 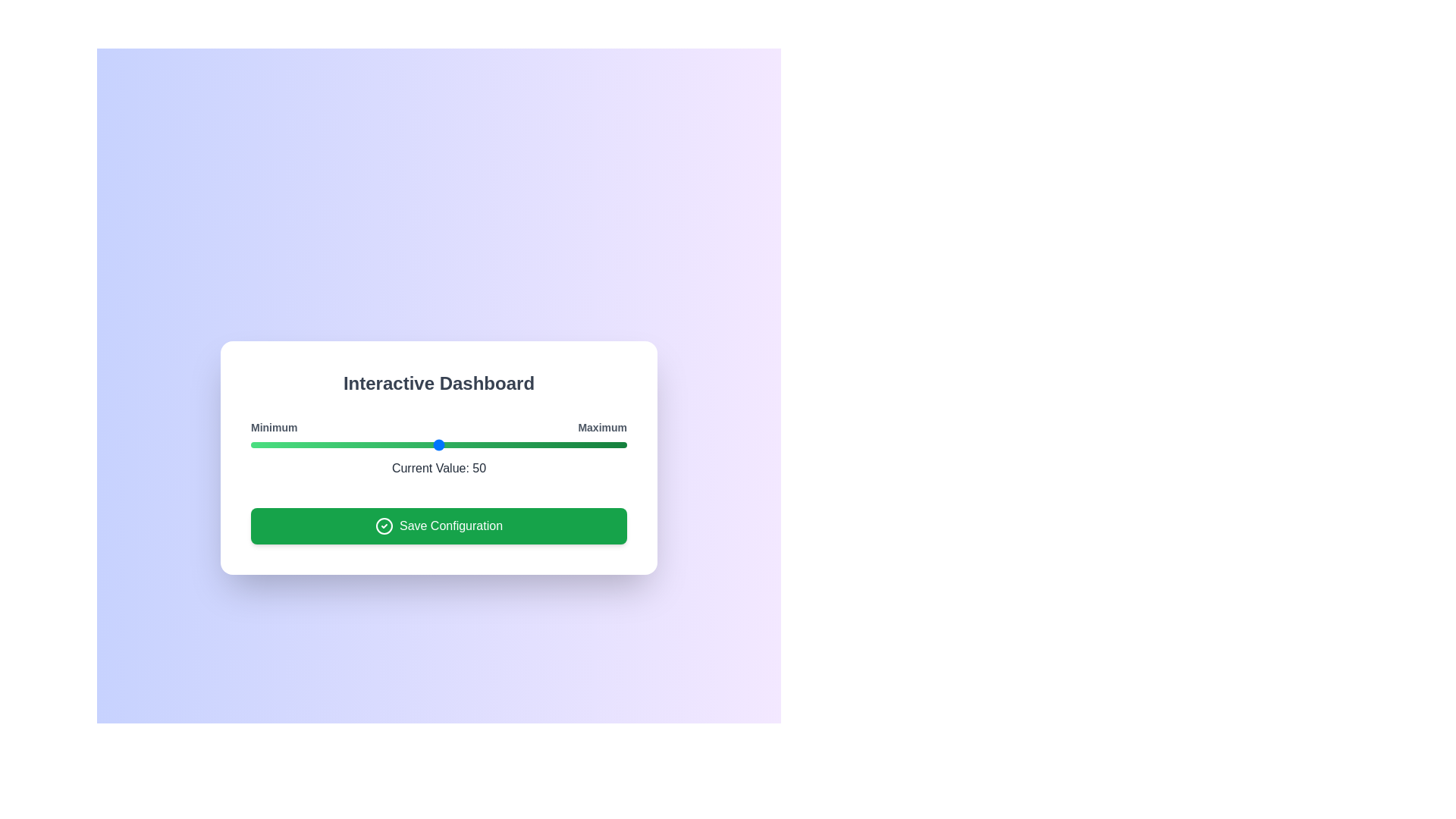 I want to click on the slider to set the value to 77, so click(x=540, y=444).